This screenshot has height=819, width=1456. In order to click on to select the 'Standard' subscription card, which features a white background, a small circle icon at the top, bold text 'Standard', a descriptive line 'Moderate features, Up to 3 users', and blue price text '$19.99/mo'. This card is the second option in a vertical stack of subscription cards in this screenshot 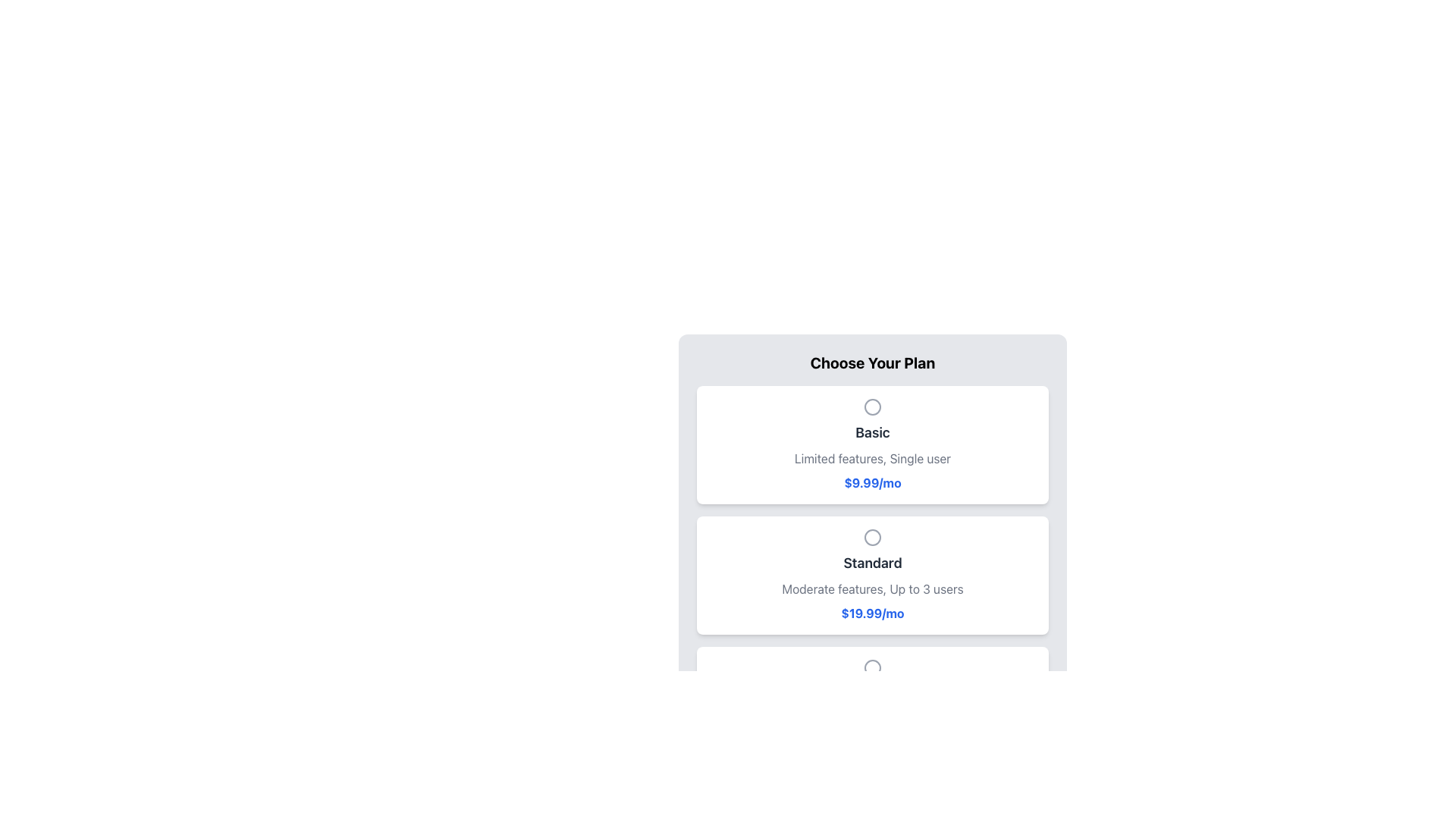, I will do `click(873, 576)`.